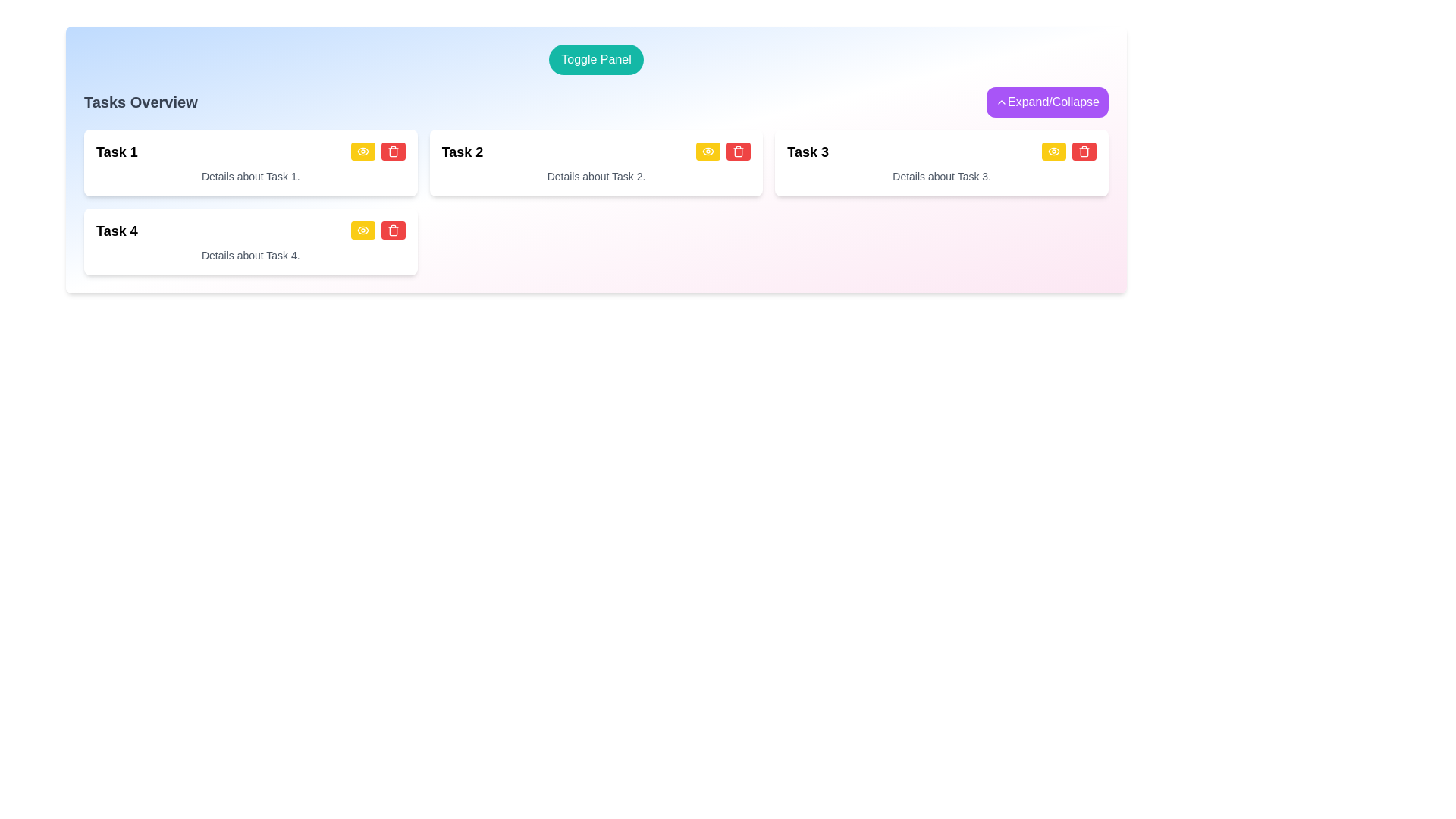  I want to click on the red trash icon located inside the 'Task 4' card, which is next to a yellow eye icon and nested within a red button, so click(393, 230).